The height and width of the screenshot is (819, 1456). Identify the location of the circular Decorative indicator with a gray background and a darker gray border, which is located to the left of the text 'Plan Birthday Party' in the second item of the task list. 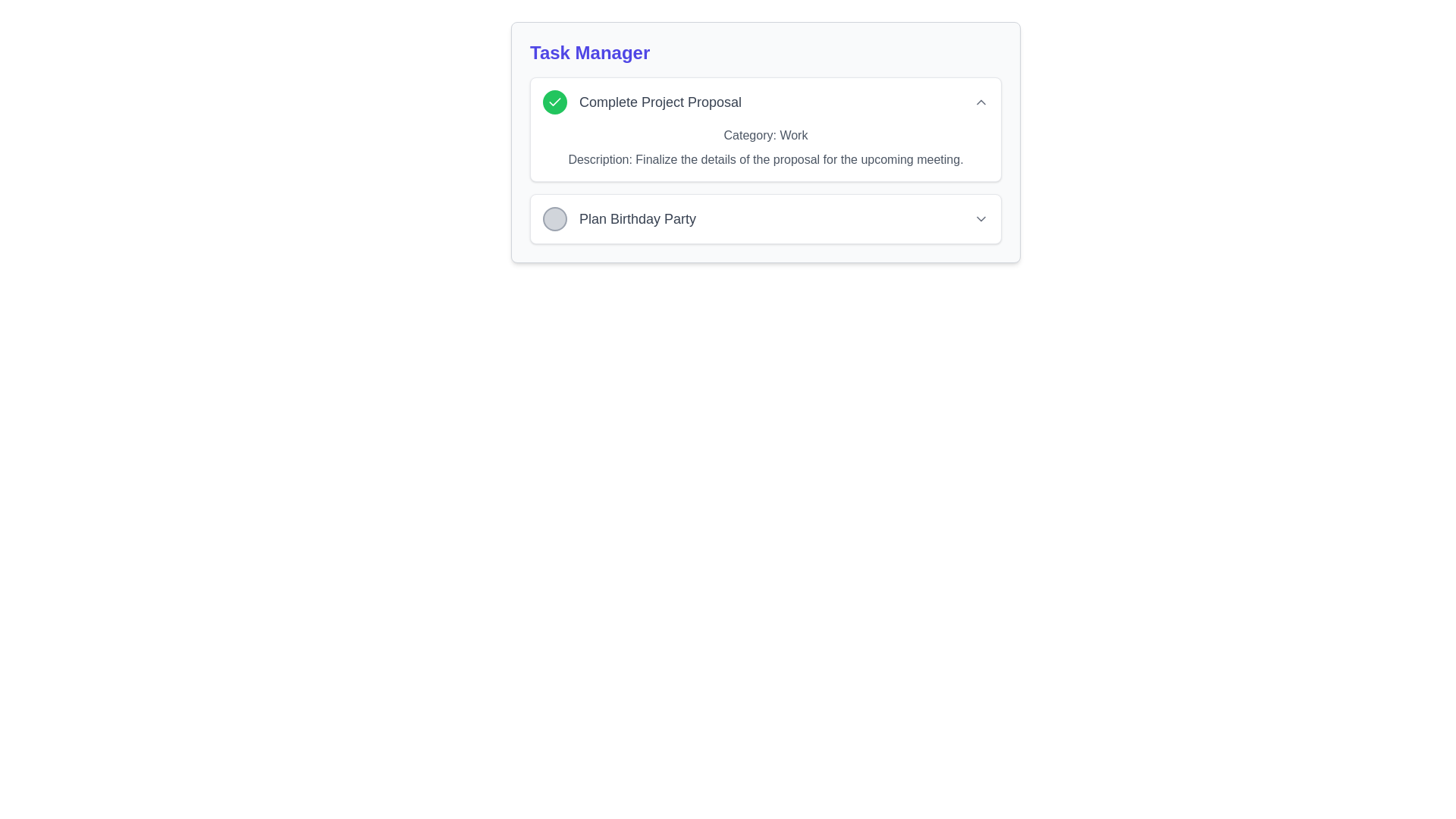
(554, 219).